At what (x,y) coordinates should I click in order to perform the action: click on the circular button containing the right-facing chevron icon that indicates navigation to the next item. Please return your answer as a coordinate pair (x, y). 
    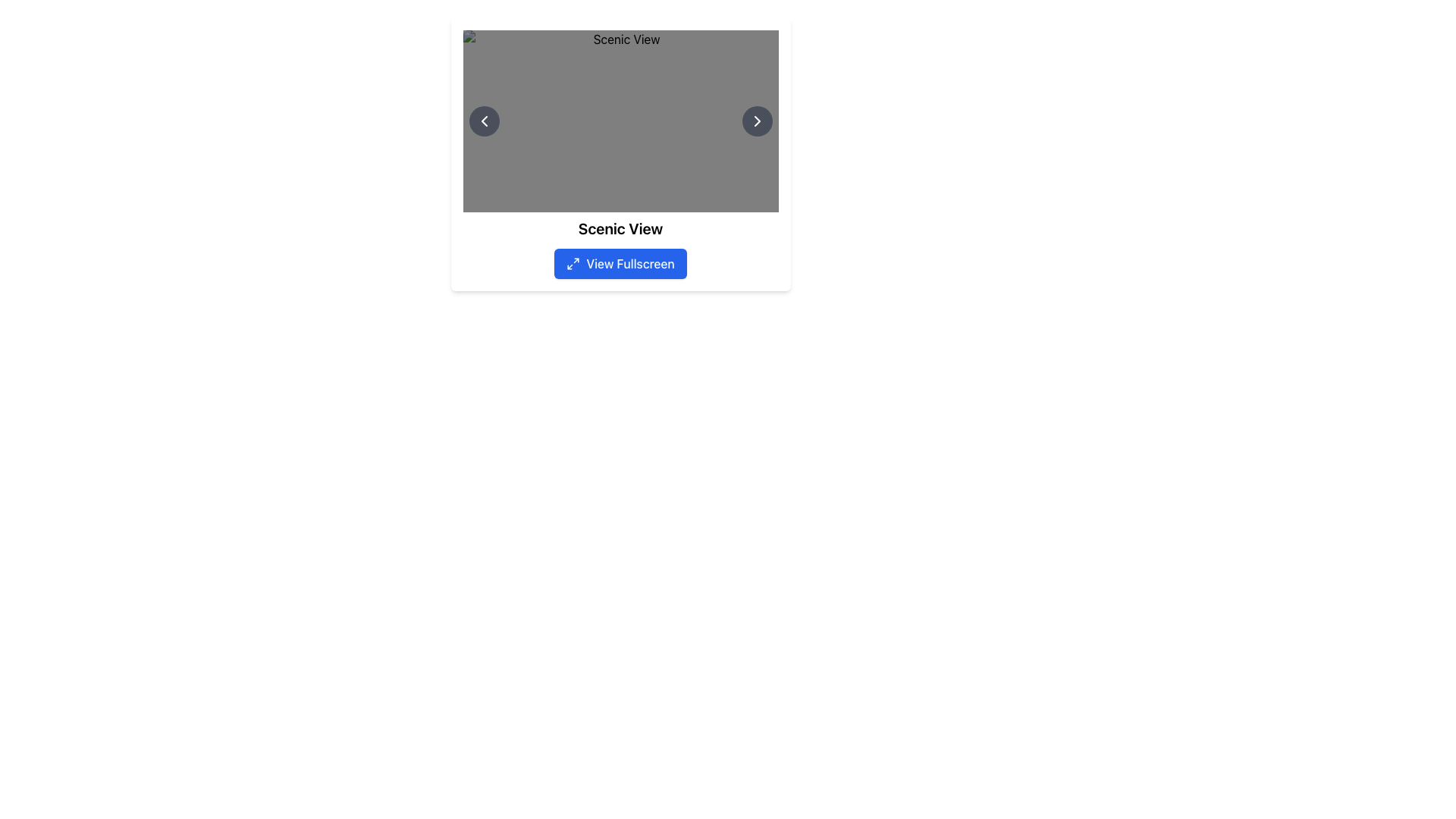
    Looking at the image, I should click on (757, 120).